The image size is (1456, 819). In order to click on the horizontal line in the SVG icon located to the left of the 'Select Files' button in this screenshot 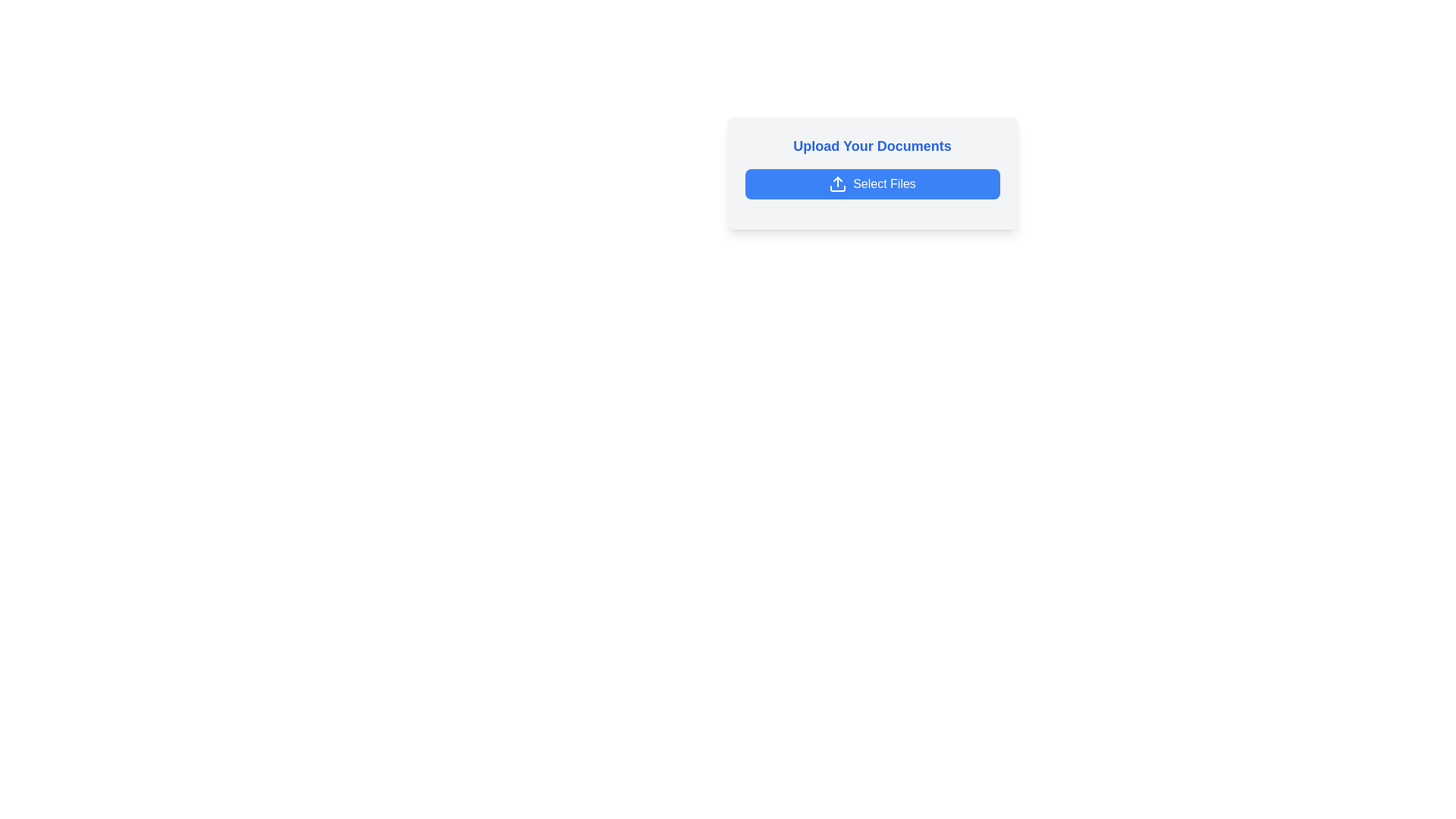, I will do `click(837, 188)`.